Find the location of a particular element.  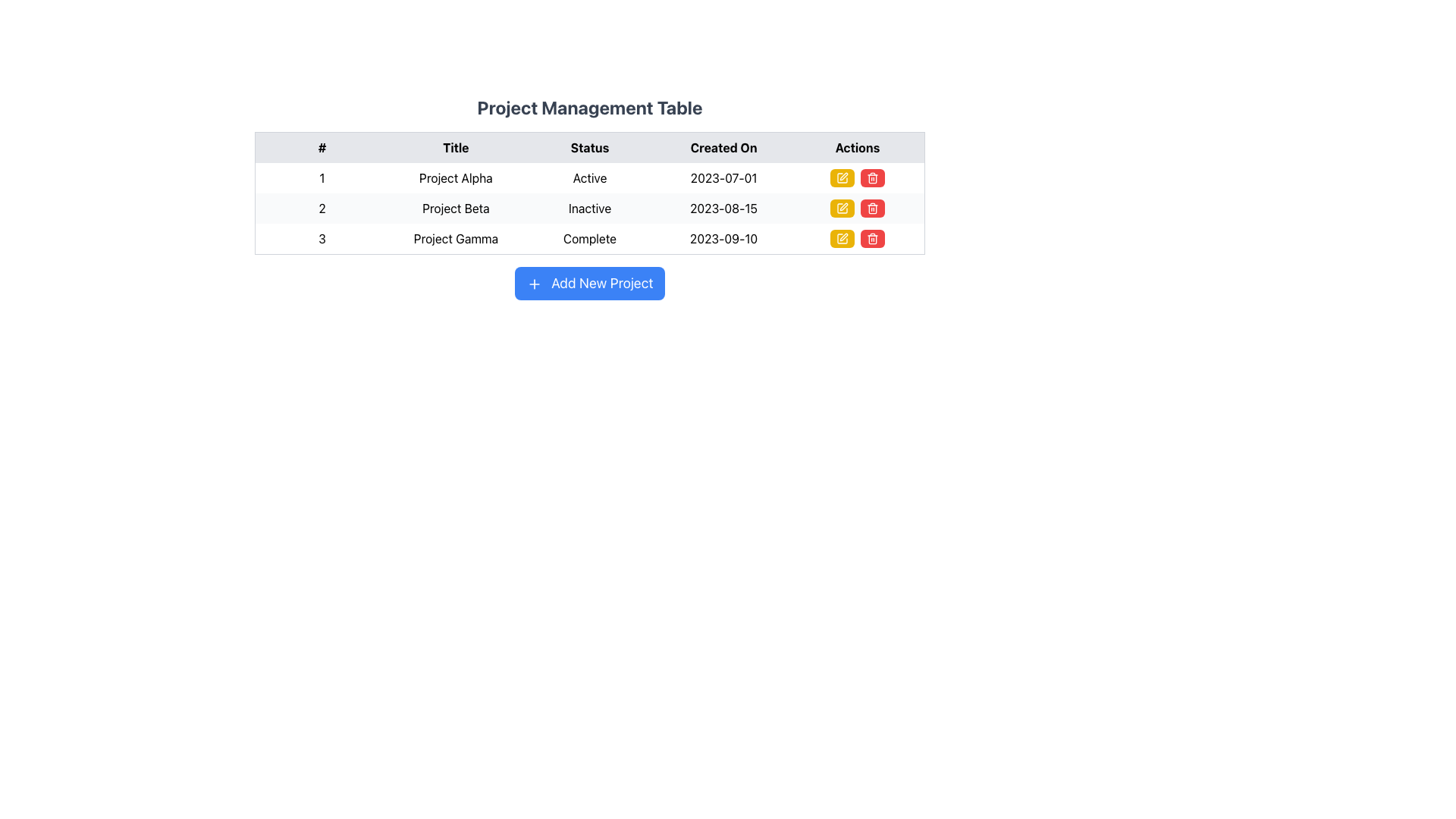

the red trash can icon in the Actions column for Project Alpha is located at coordinates (872, 178).